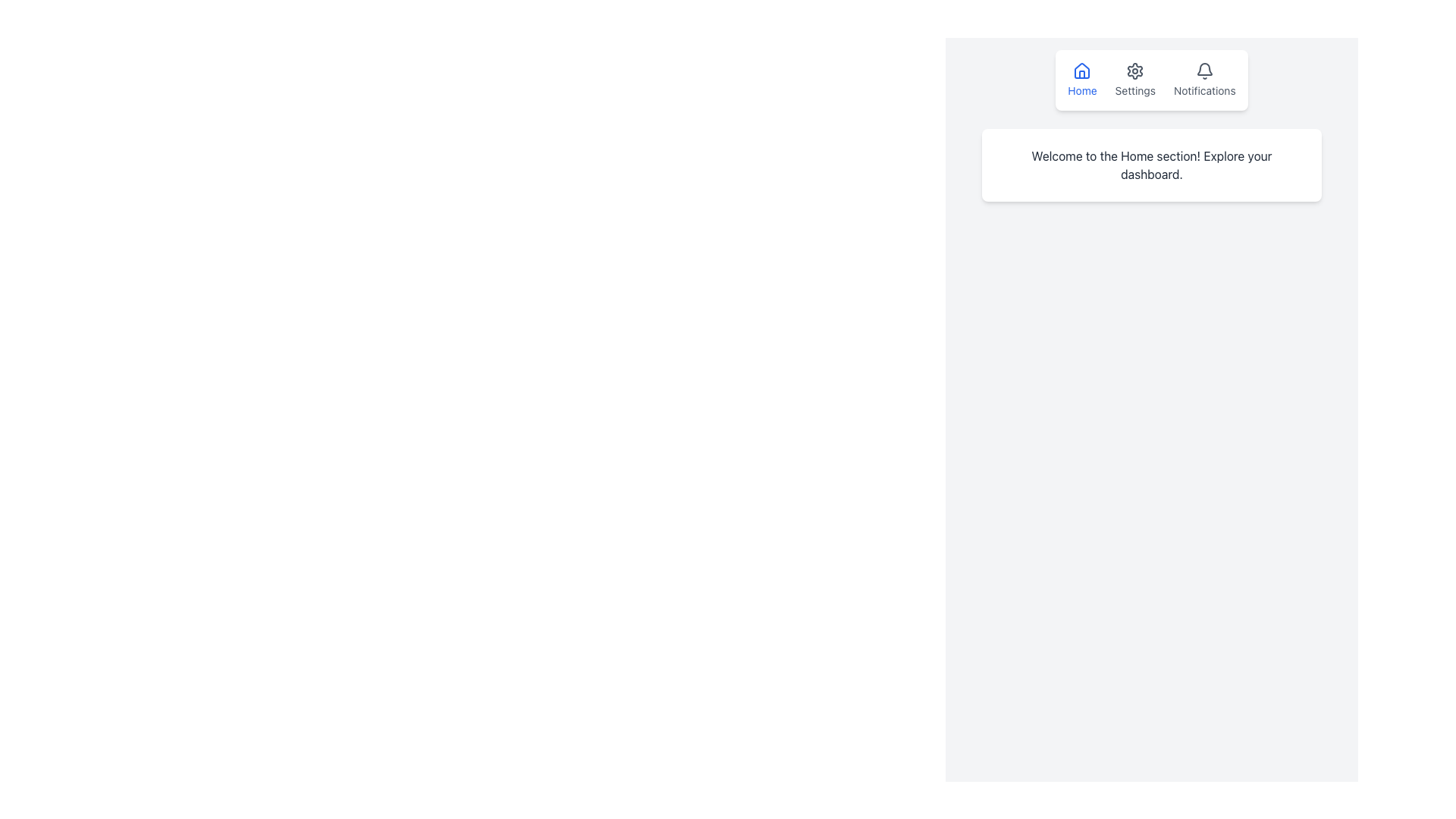  Describe the element at coordinates (1135, 80) in the screenshot. I see `the navigation button with icon and label for accessing the 'Settings' section of the application to proceed to the settings page` at that location.